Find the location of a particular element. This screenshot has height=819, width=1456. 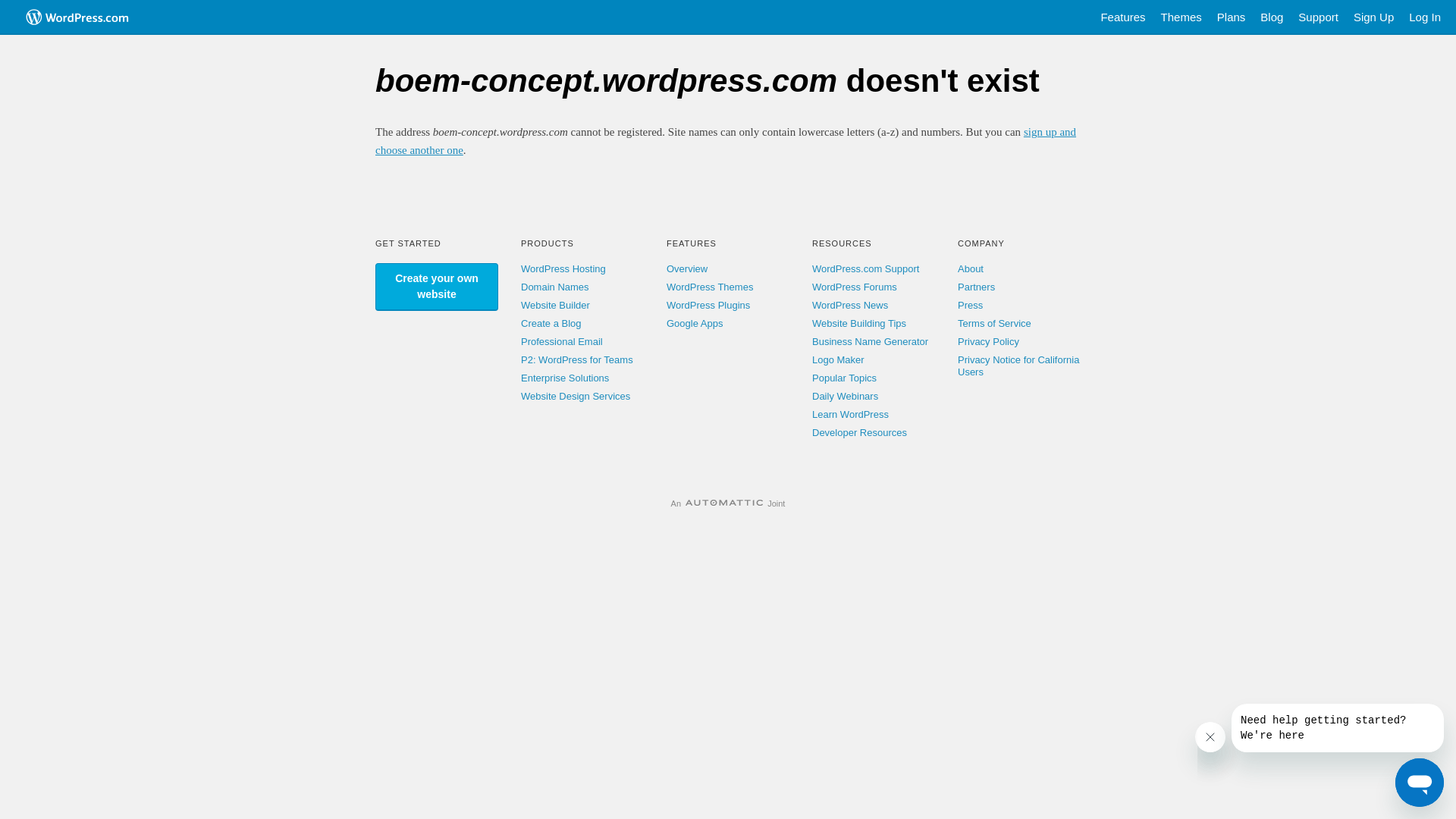

'Website Builder' is located at coordinates (554, 305).